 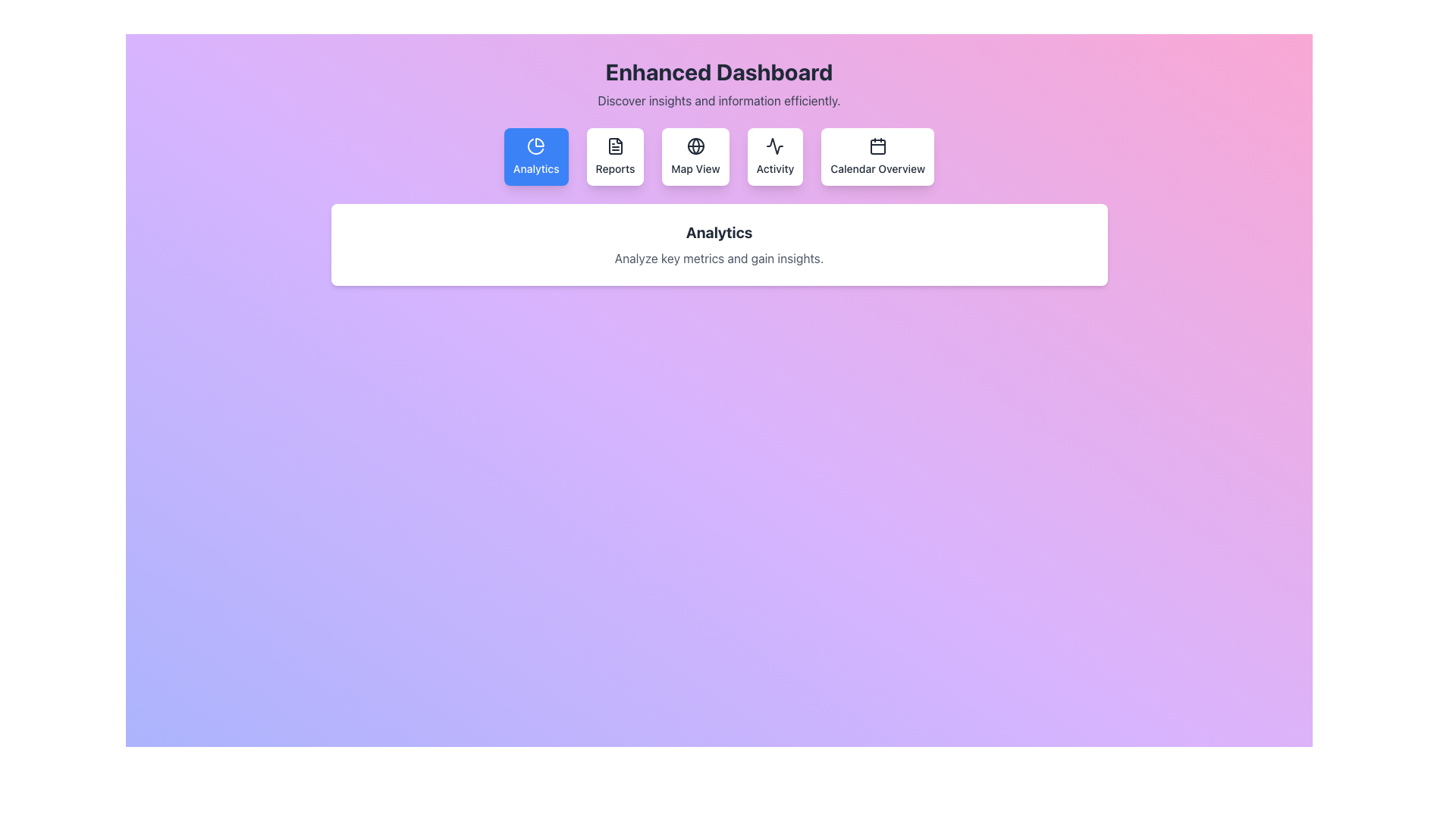 What do you see at coordinates (877, 146) in the screenshot?
I see `the graphical icon element within the Calendar Overview icon located in the top-right section of the feature navigation panel` at bounding box center [877, 146].